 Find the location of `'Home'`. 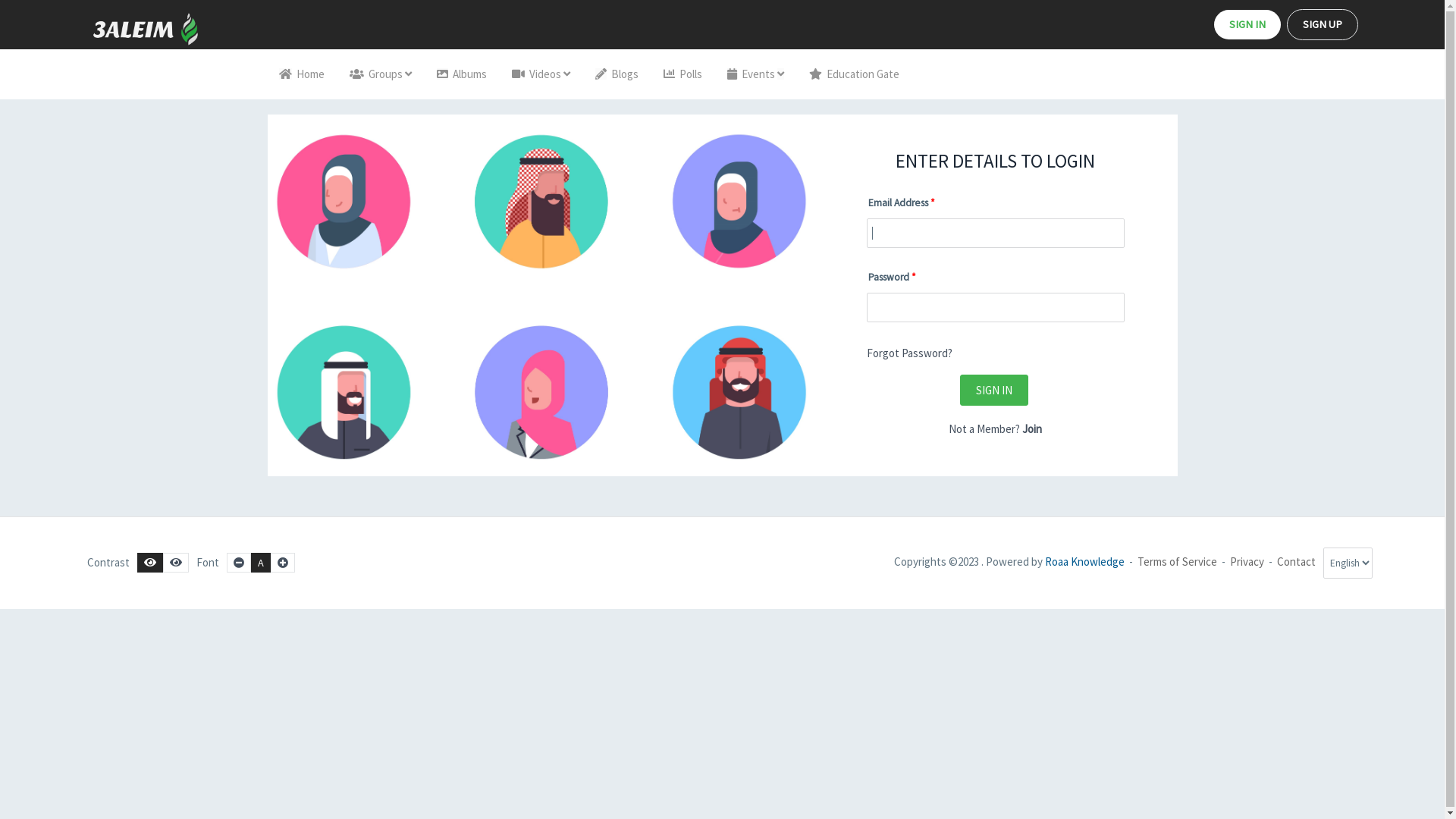

'Home' is located at coordinates (266, 74).